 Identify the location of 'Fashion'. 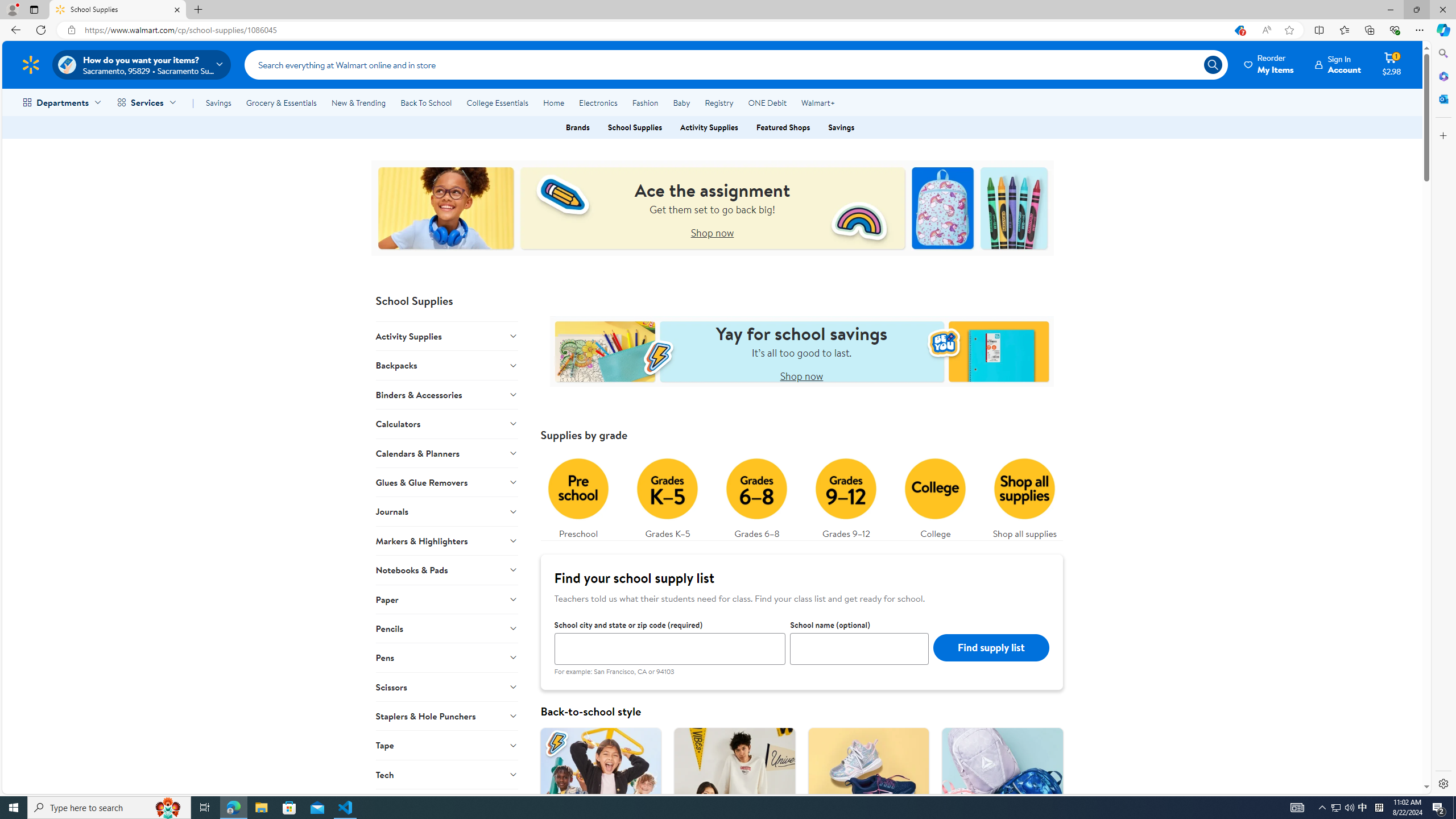
(644, 102).